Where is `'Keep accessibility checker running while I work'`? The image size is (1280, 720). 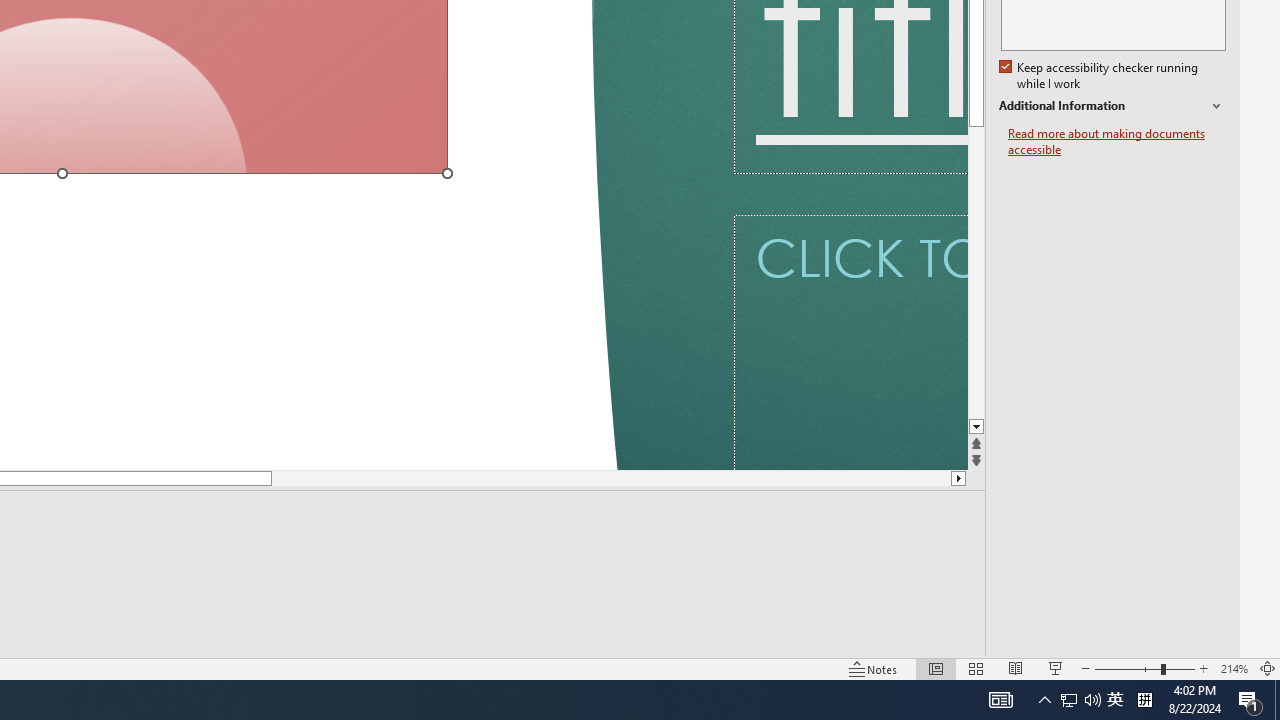 'Keep accessibility checker running while I work' is located at coordinates (1099, 75).